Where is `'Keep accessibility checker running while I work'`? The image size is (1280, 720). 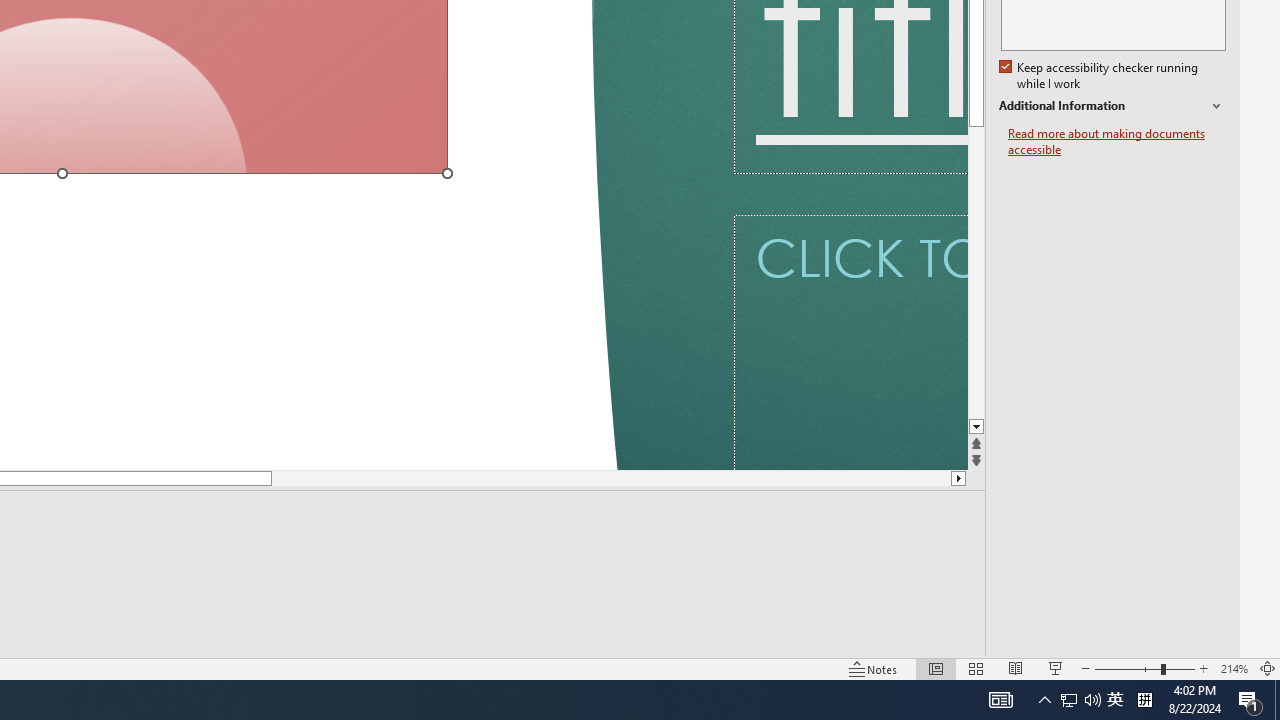 'Keep accessibility checker running while I work' is located at coordinates (1099, 75).